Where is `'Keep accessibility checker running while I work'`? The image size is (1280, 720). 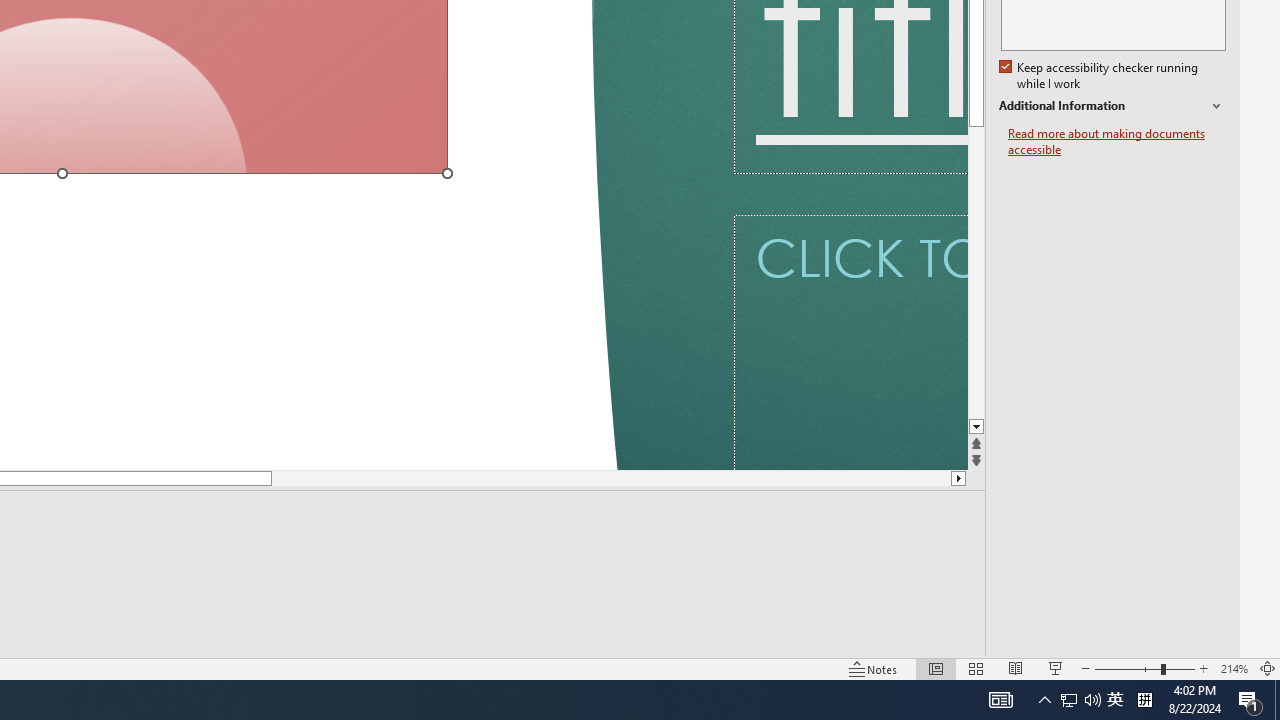 'Keep accessibility checker running while I work' is located at coordinates (1099, 75).